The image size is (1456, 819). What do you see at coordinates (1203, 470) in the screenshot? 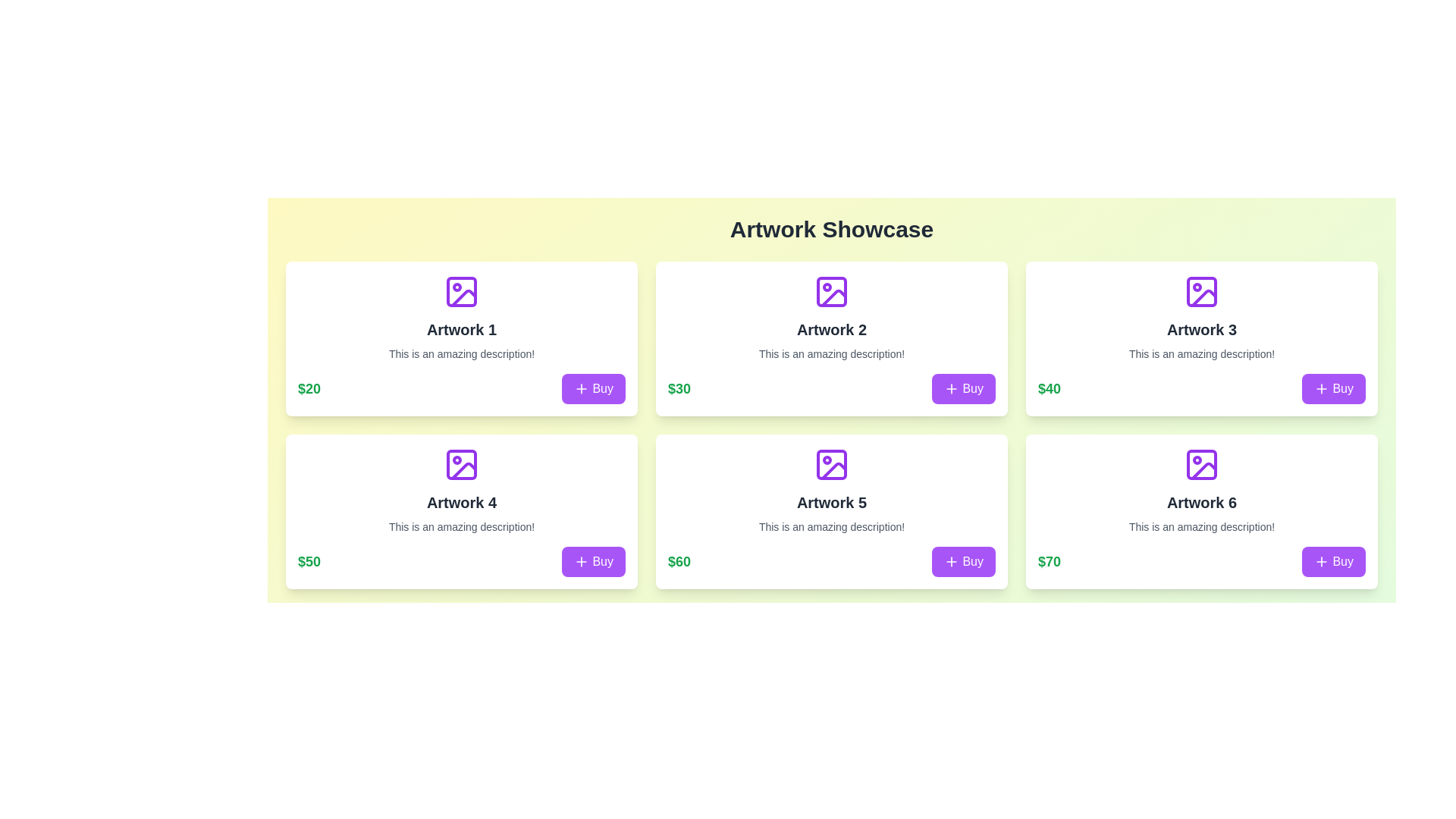
I see `the graphic icon detail located in the bottom-right corner of the grid, which is part of the purple icon of 'Artwork 6'` at bounding box center [1203, 470].